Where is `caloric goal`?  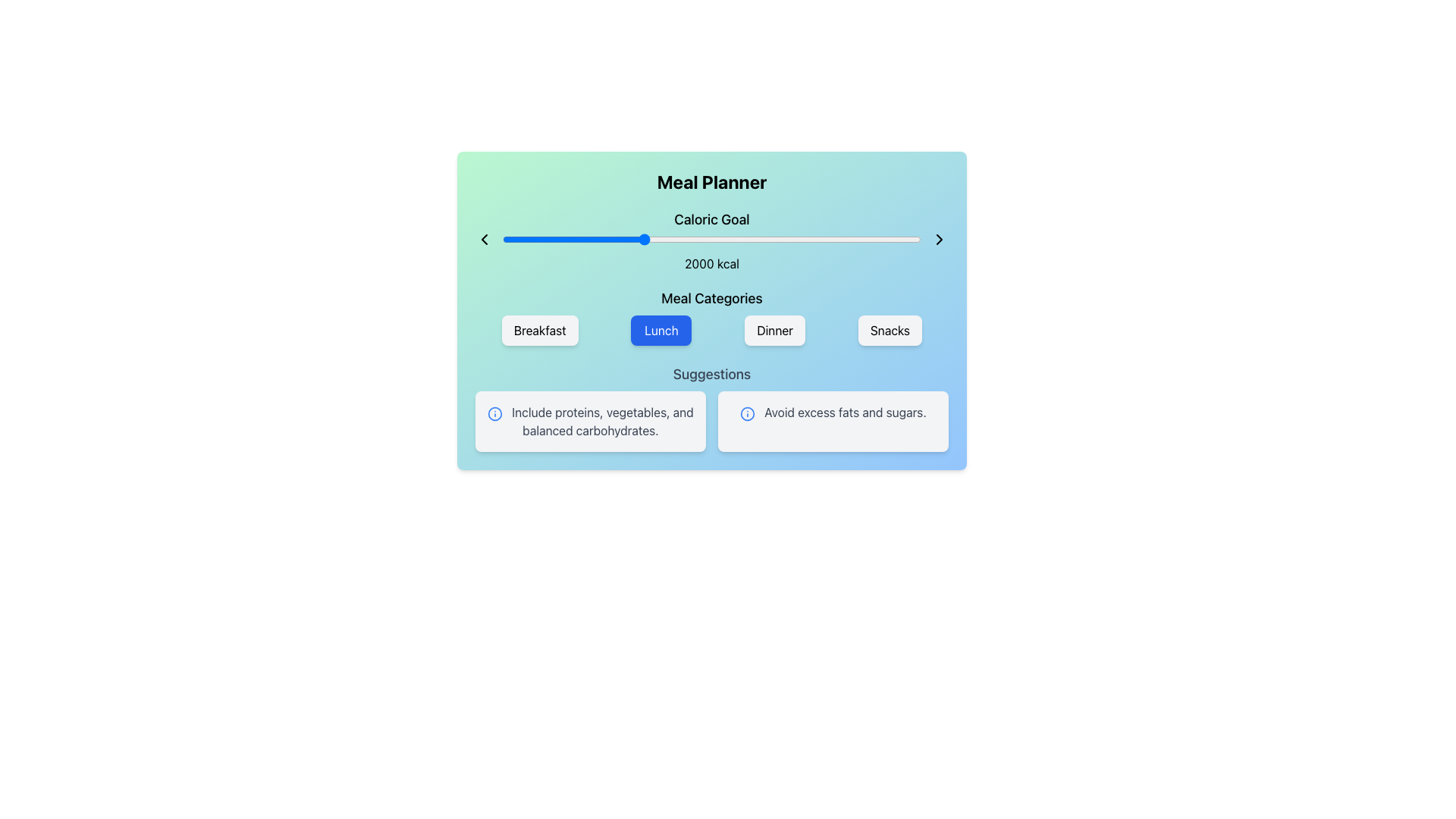 caloric goal is located at coordinates (729, 239).